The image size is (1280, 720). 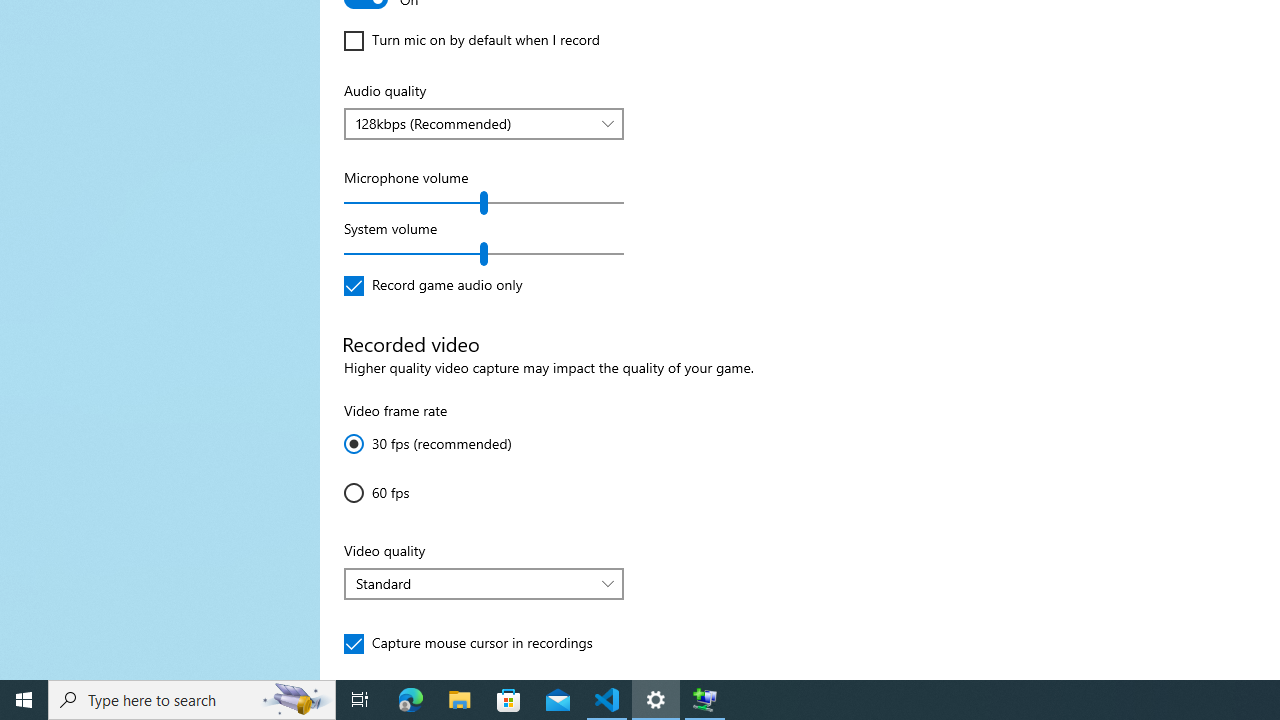 What do you see at coordinates (432, 285) in the screenshot?
I see `'Record game audio only'` at bounding box center [432, 285].